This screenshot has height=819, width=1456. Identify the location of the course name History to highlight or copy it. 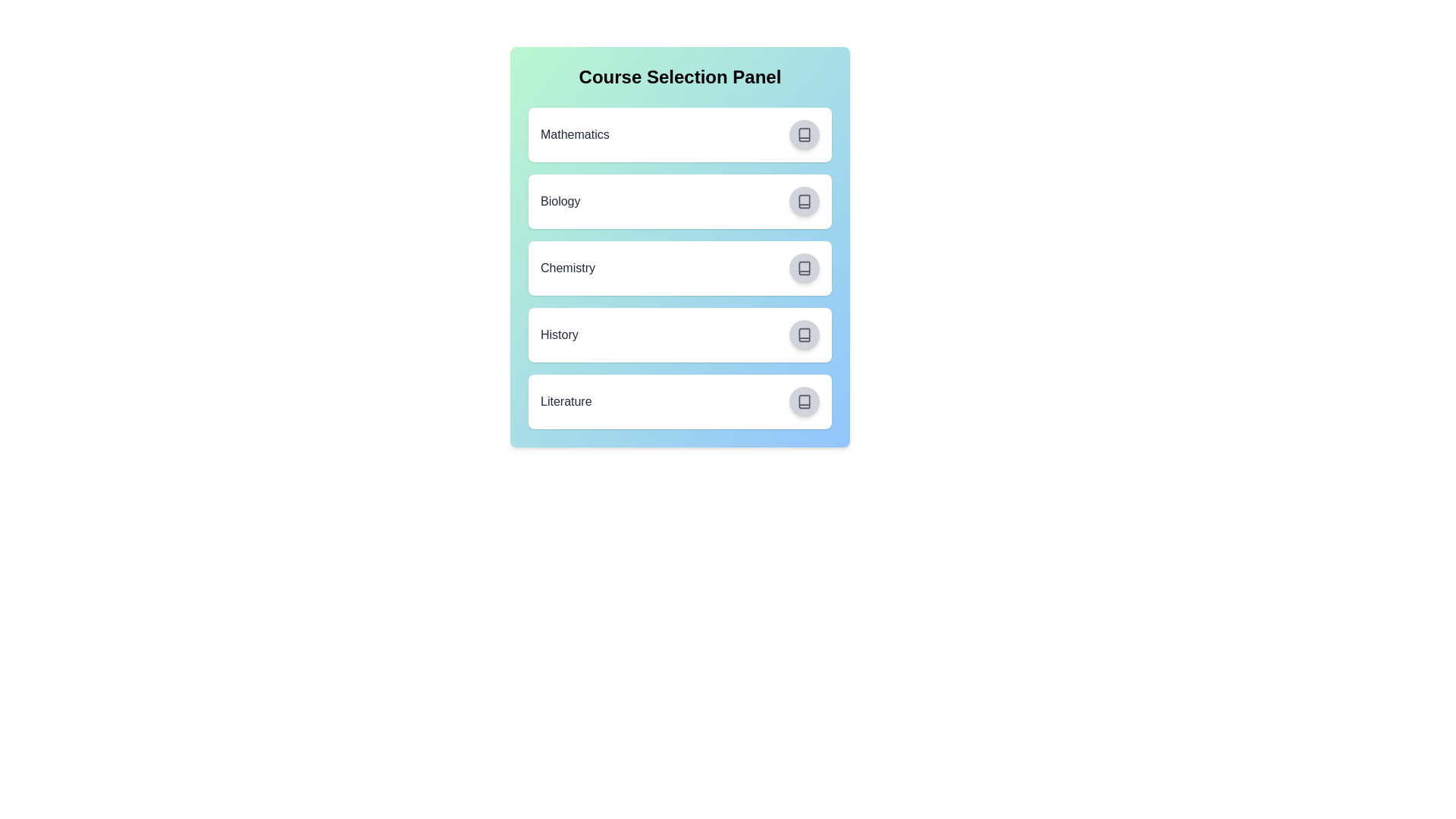
(558, 334).